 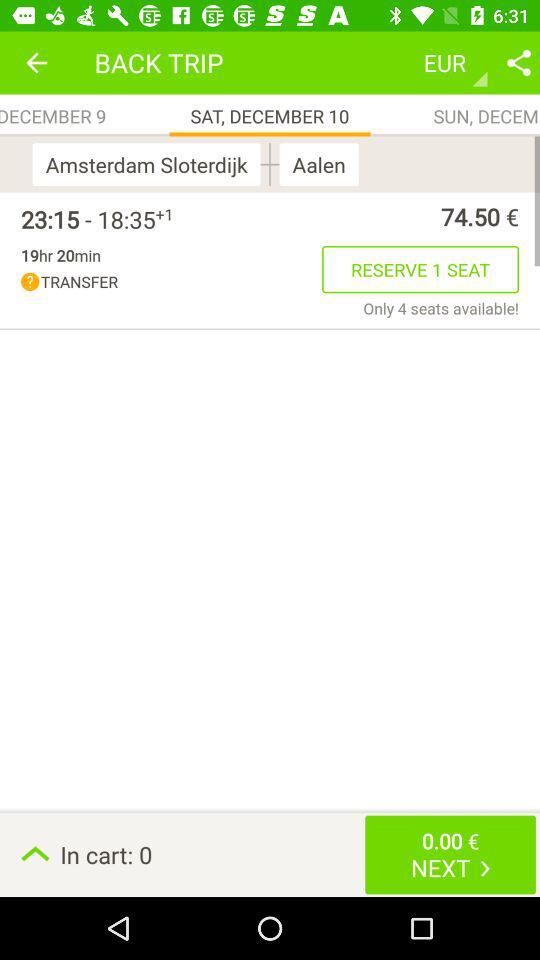 I want to click on item next to reserve 1 seat, so click(x=171, y=281).